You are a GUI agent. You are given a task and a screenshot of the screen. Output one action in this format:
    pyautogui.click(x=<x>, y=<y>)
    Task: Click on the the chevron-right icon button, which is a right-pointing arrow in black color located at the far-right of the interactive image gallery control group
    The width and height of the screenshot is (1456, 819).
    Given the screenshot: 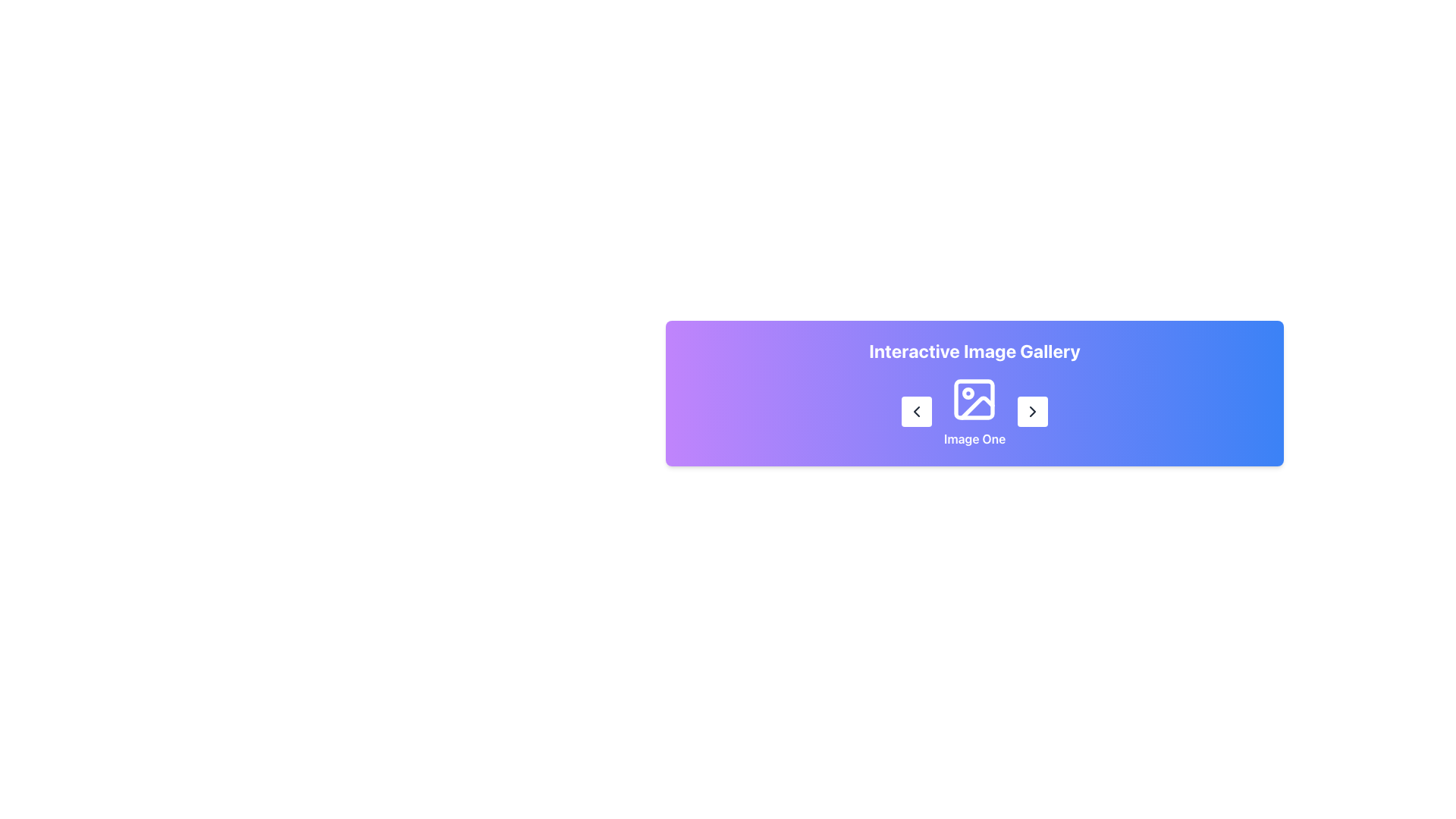 What is the action you would take?
    pyautogui.click(x=1032, y=412)
    